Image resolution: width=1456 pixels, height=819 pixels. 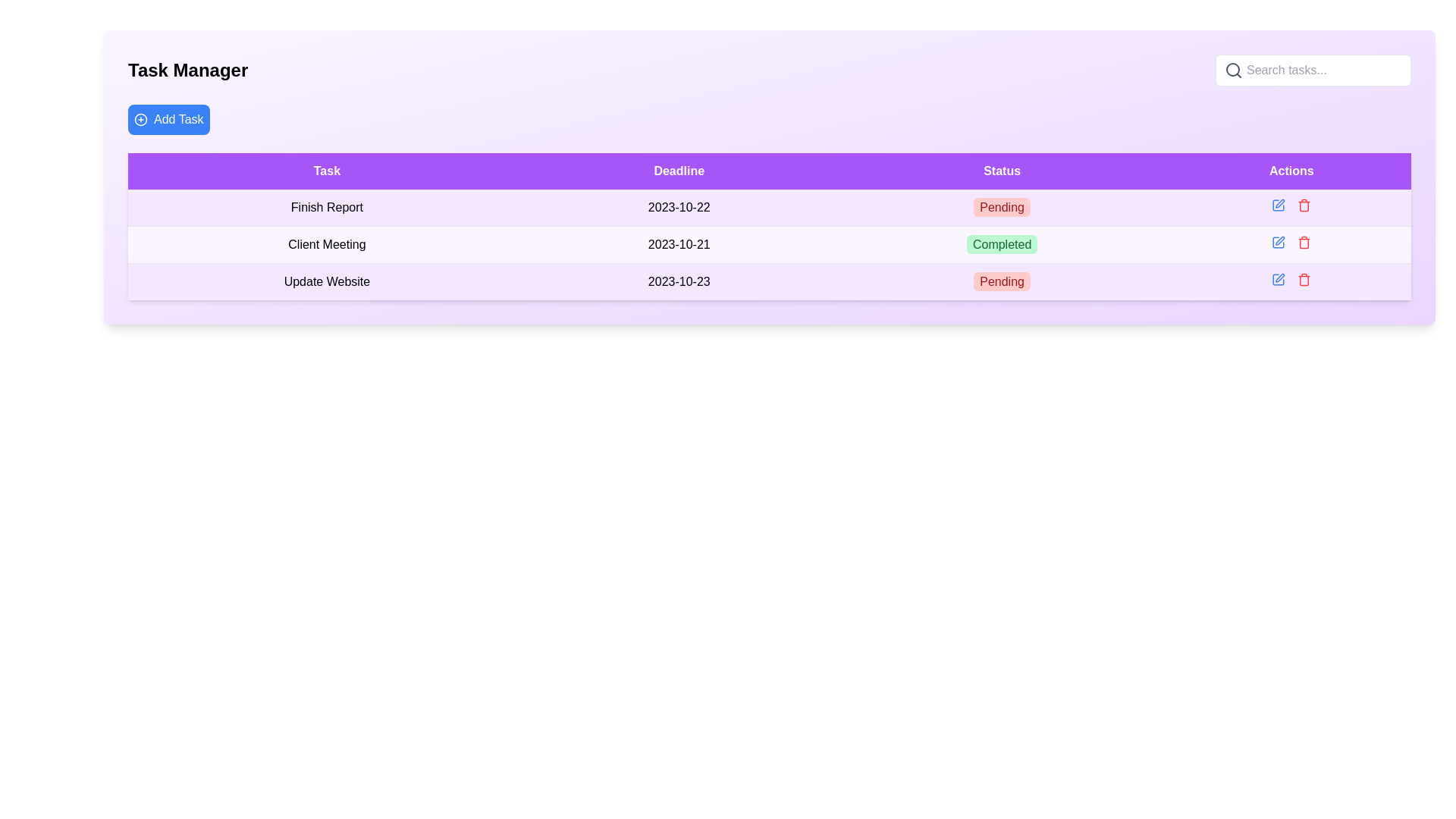 What do you see at coordinates (1304, 242) in the screenshot?
I see `the delete button for the 'Client Meeting' task located in the 'Actions' column of the second row` at bounding box center [1304, 242].